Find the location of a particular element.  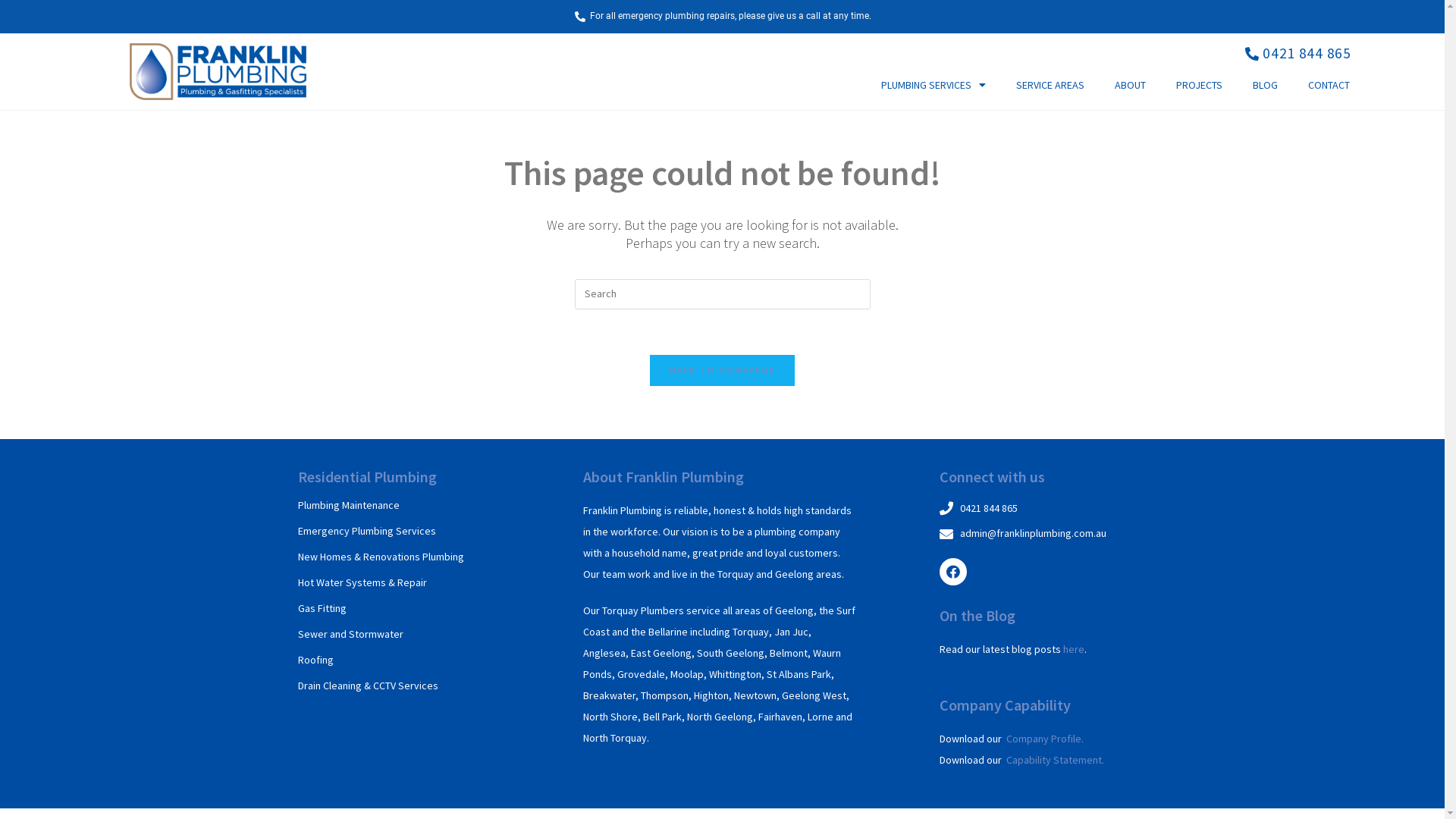

'SERVICE AREAS' is located at coordinates (1001, 84).